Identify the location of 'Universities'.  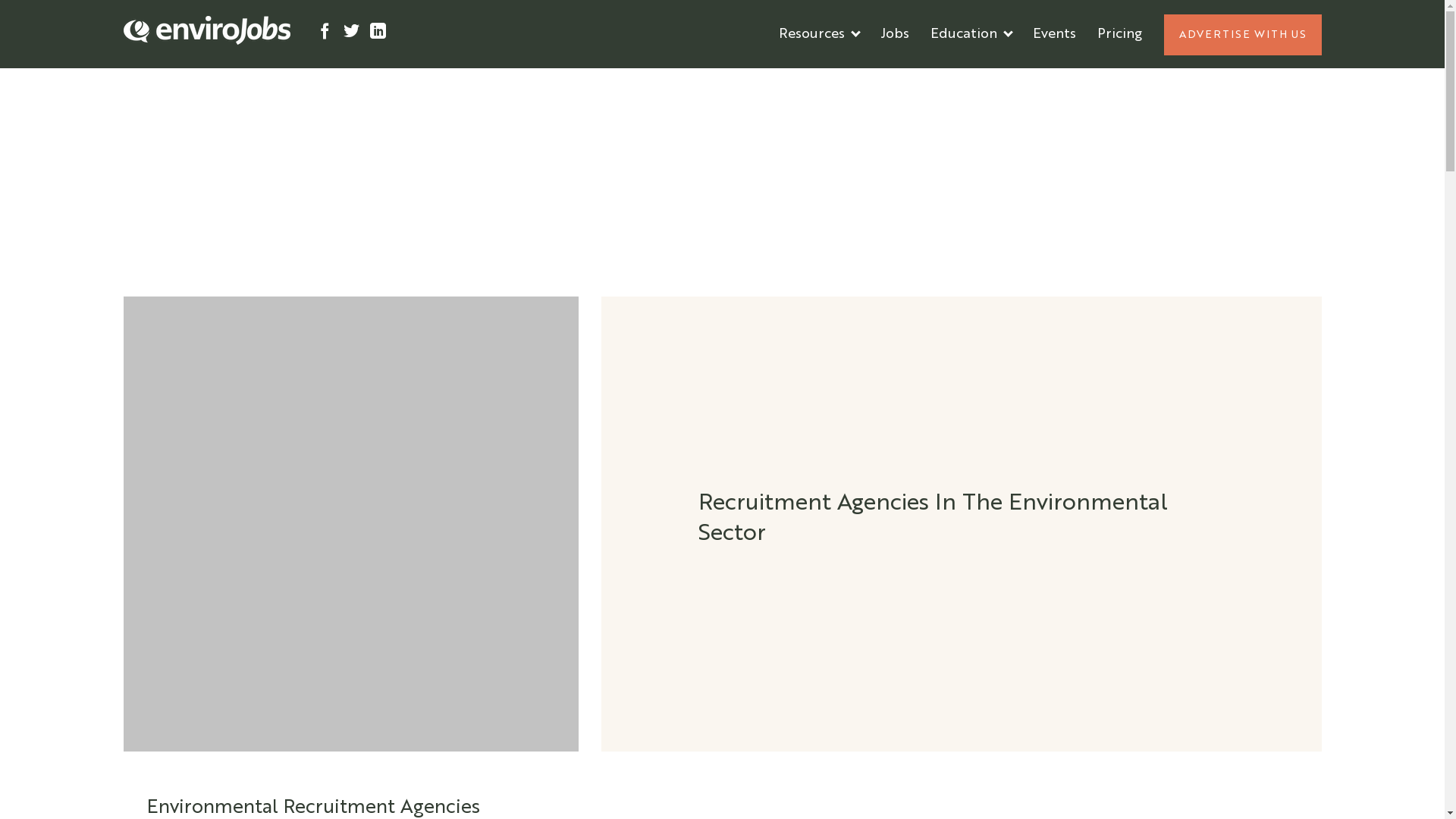
(966, 80).